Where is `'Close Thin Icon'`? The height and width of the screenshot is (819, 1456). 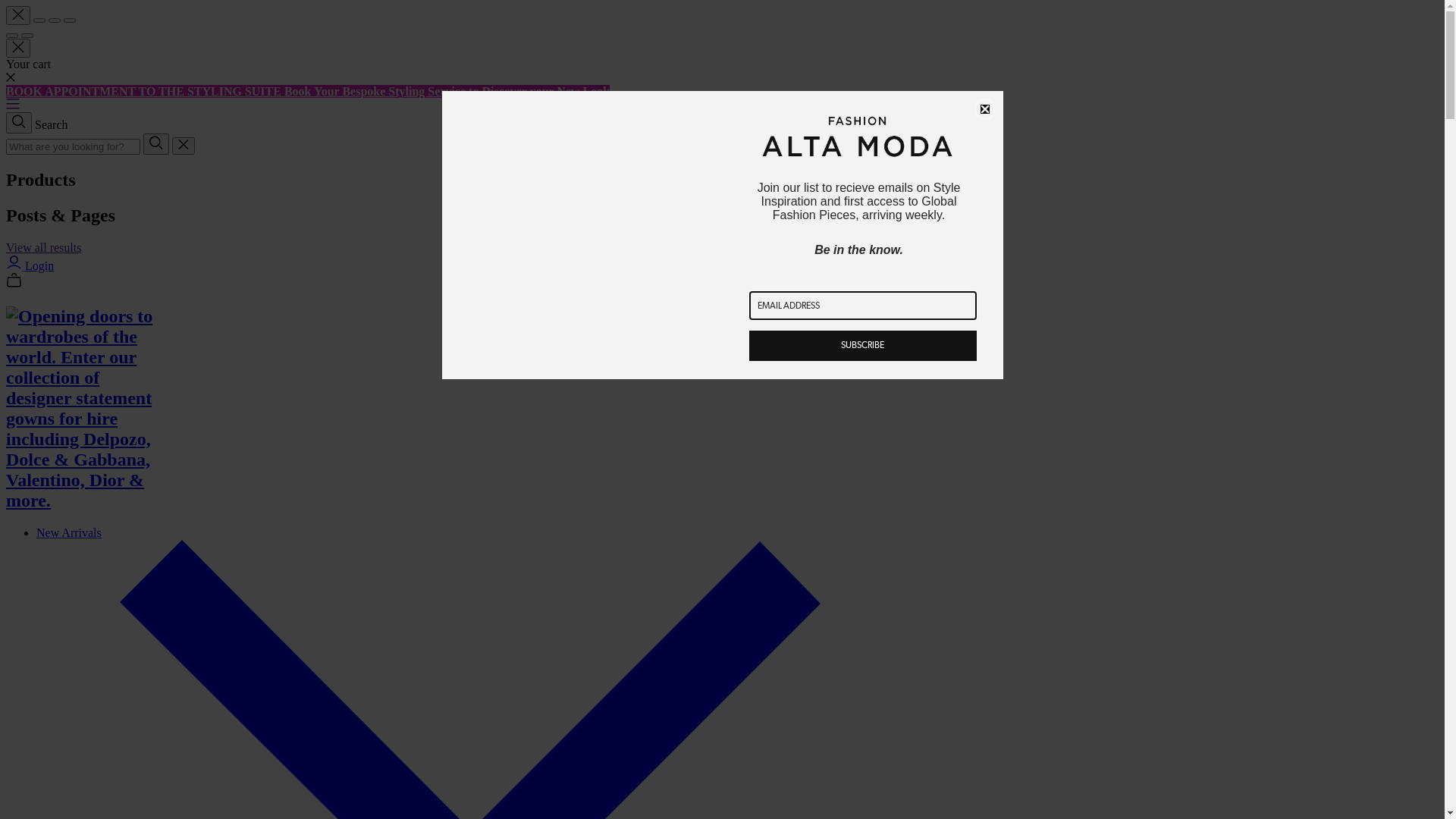 'Close Thin Icon' is located at coordinates (18, 15).